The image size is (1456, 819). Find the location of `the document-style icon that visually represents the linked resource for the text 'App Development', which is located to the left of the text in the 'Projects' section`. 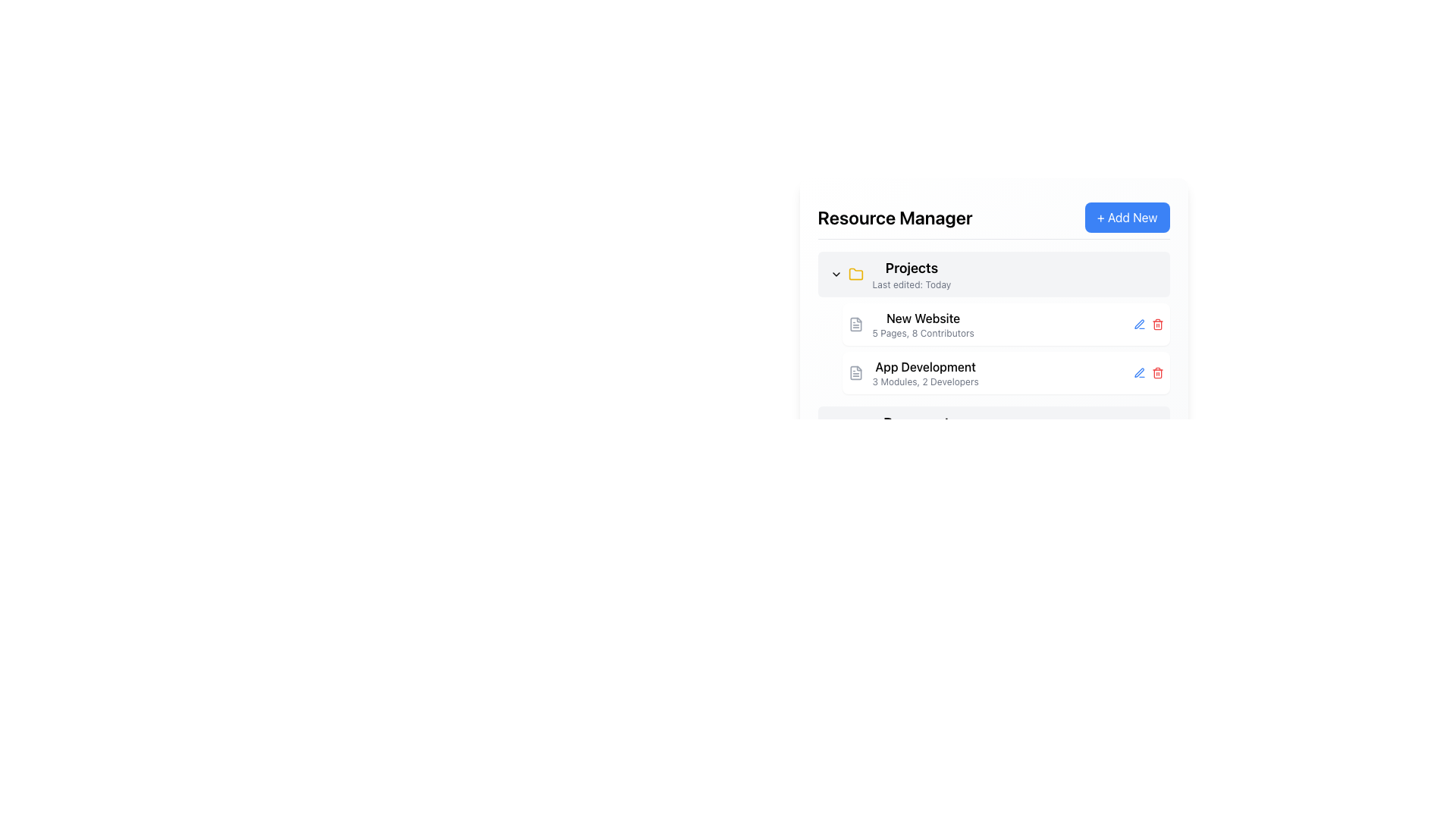

the document-style icon that visually represents the linked resource for the text 'App Development', which is located to the left of the text in the 'Projects' section is located at coordinates (855, 373).